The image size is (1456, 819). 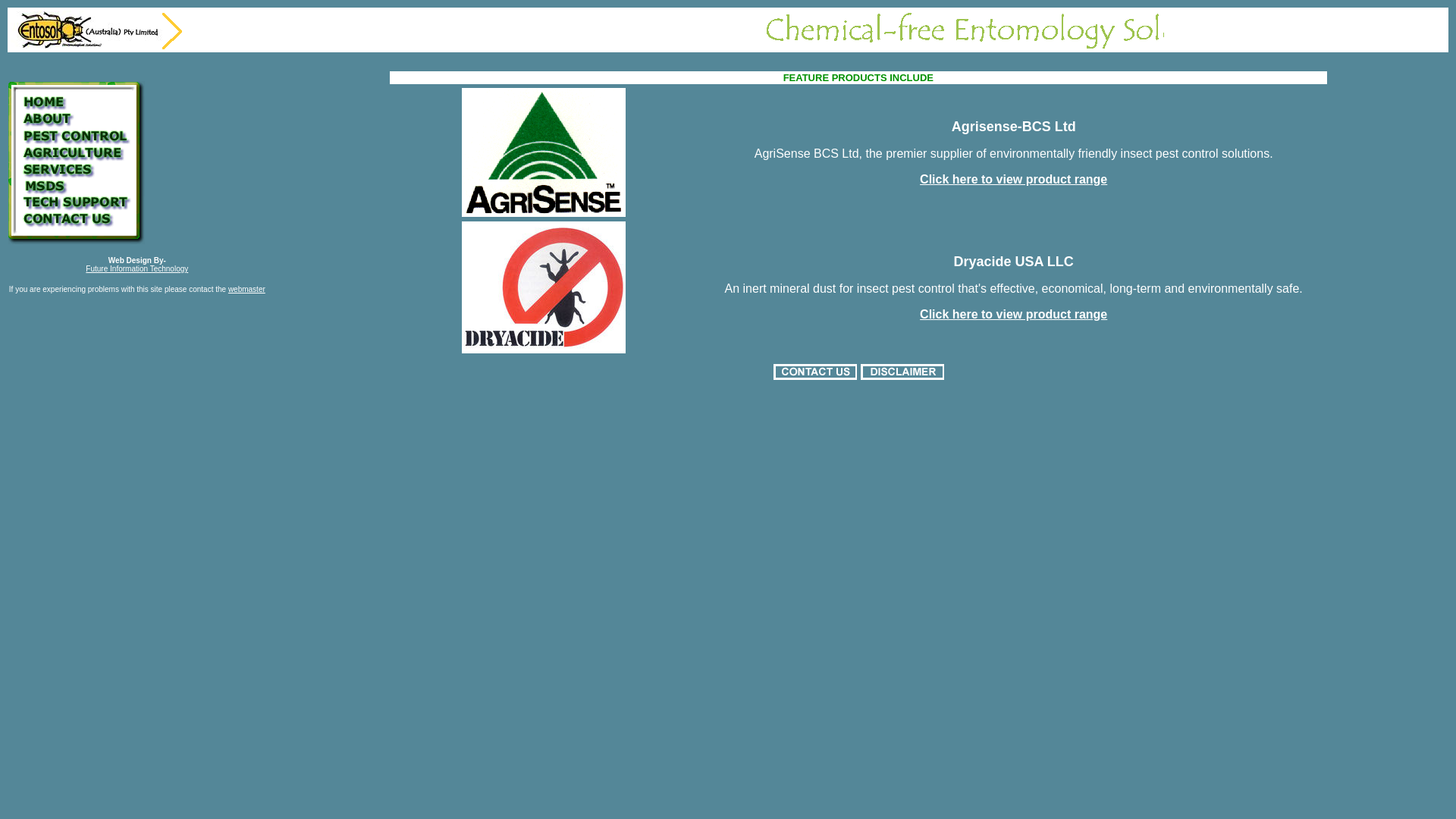 What do you see at coordinates (136, 268) in the screenshot?
I see `'Future Information Technology'` at bounding box center [136, 268].